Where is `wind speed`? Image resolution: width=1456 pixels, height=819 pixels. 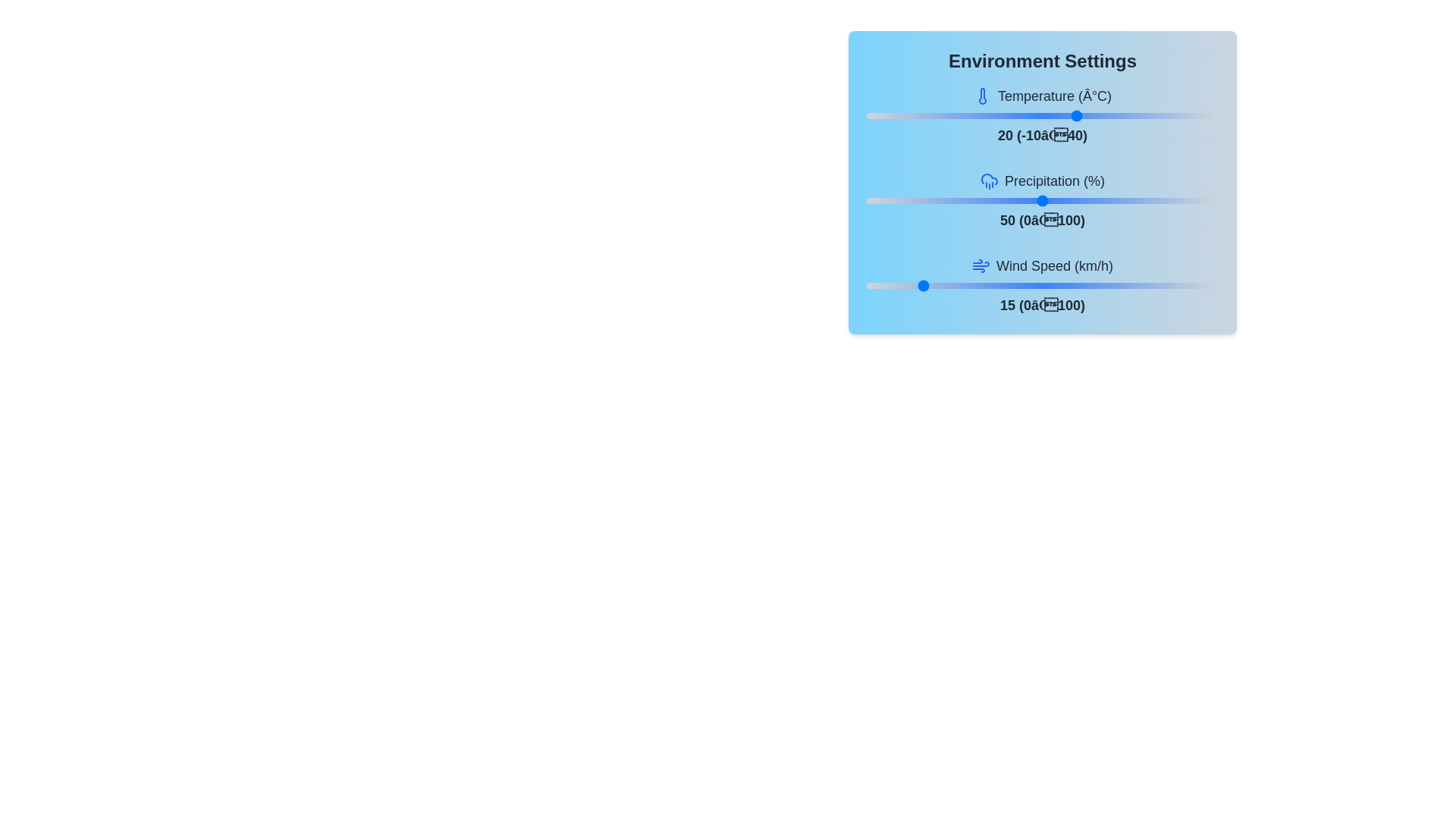
wind speed is located at coordinates (1148, 286).